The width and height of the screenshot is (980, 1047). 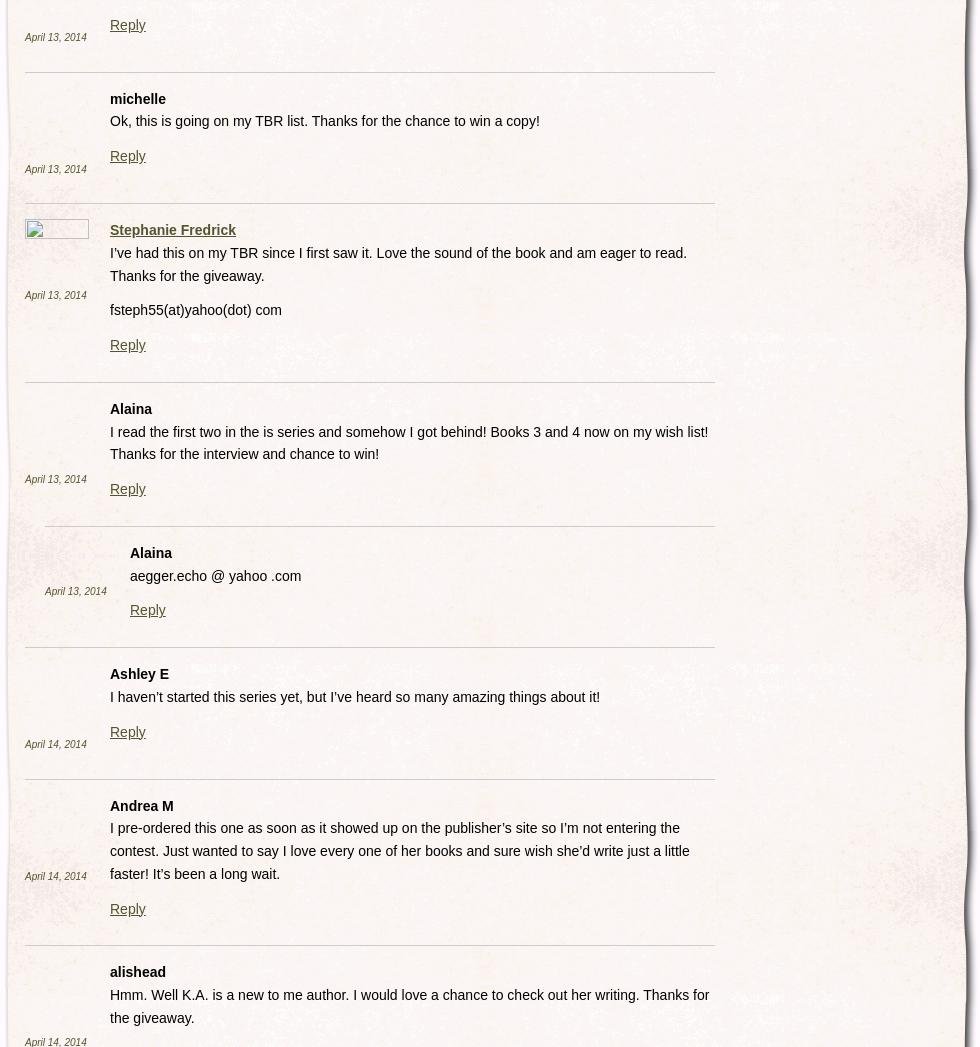 I want to click on 'michelle', so click(x=137, y=96).